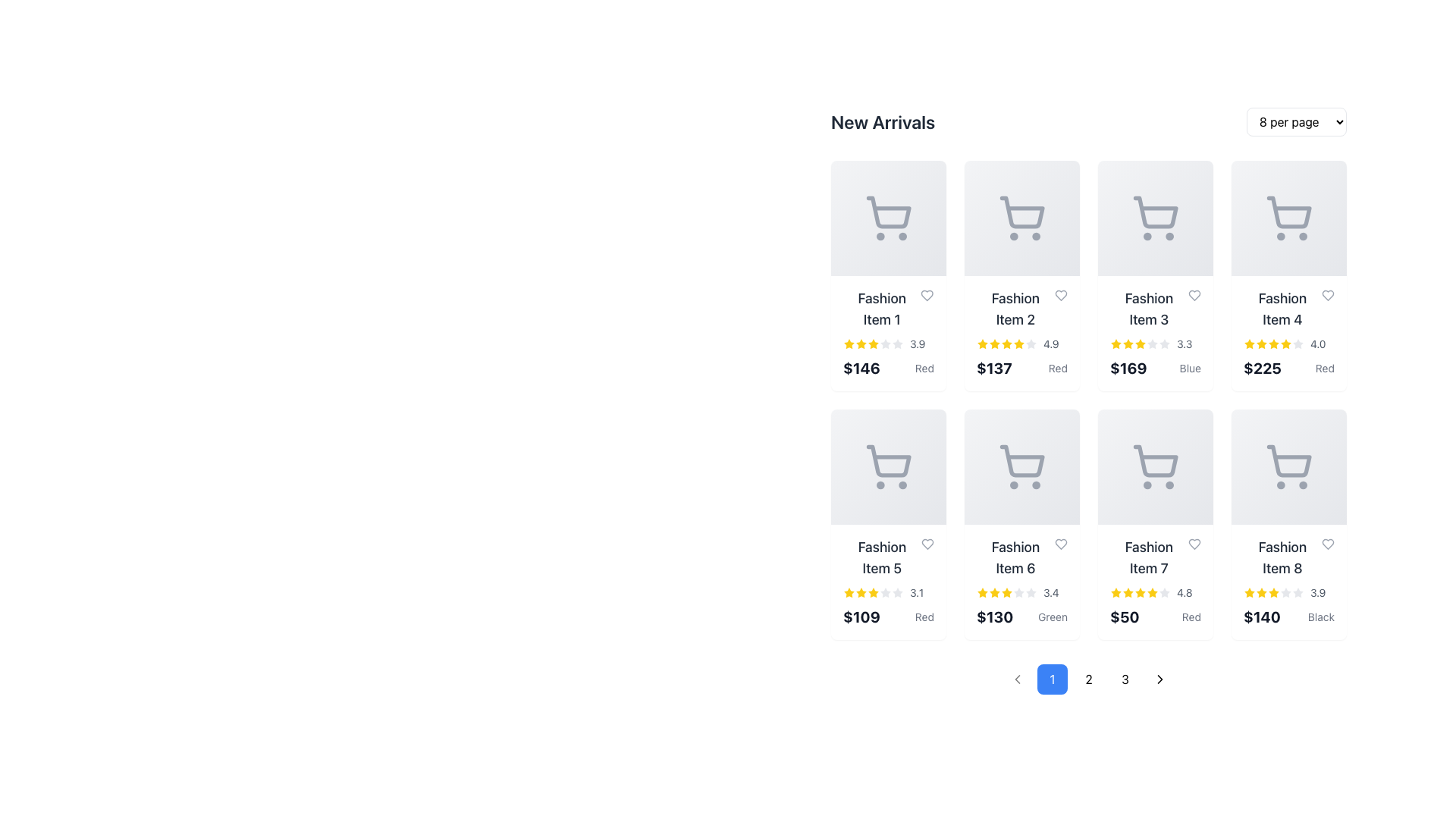 The image size is (1456, 819). Describe the element at coordinates (1189, 369) in the screenshot. I see `the text label reading 'Blue' located within the product card of 'Fashion Item 3' next to the price text ('$169')` at that location.